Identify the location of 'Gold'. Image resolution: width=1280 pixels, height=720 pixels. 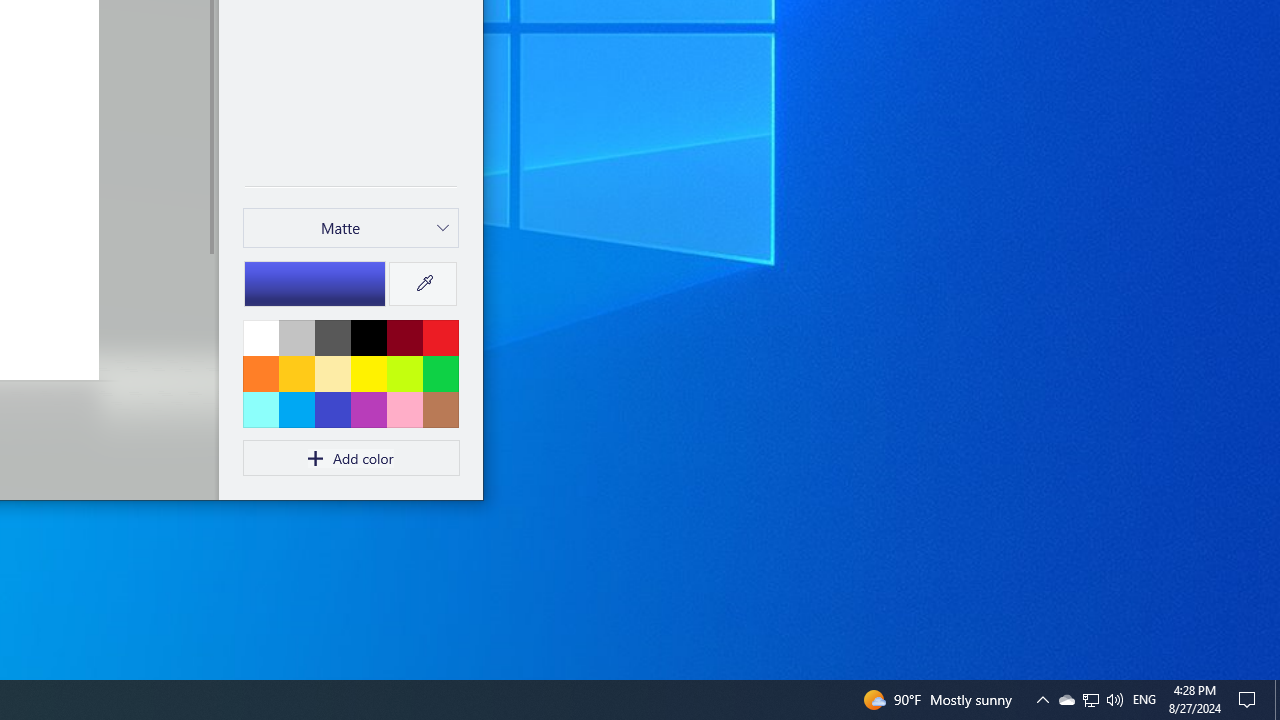
(295, 373).